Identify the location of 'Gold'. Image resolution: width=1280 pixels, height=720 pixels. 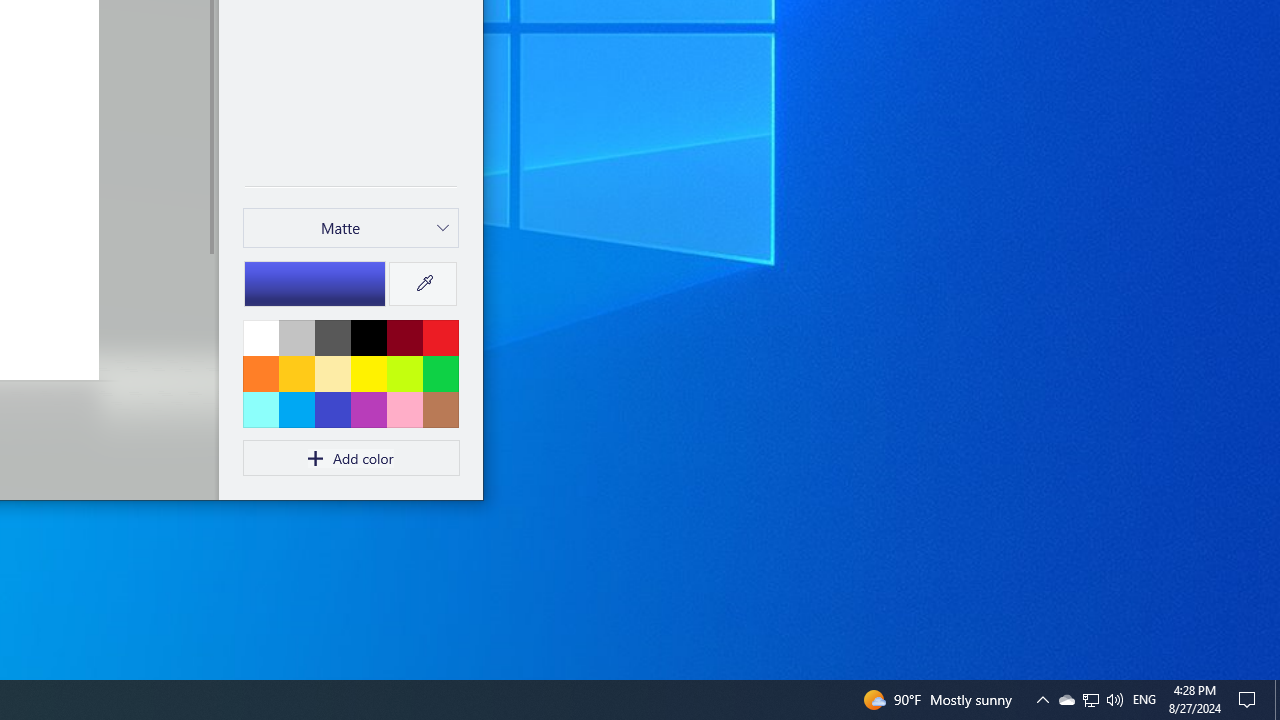
(295, 373).